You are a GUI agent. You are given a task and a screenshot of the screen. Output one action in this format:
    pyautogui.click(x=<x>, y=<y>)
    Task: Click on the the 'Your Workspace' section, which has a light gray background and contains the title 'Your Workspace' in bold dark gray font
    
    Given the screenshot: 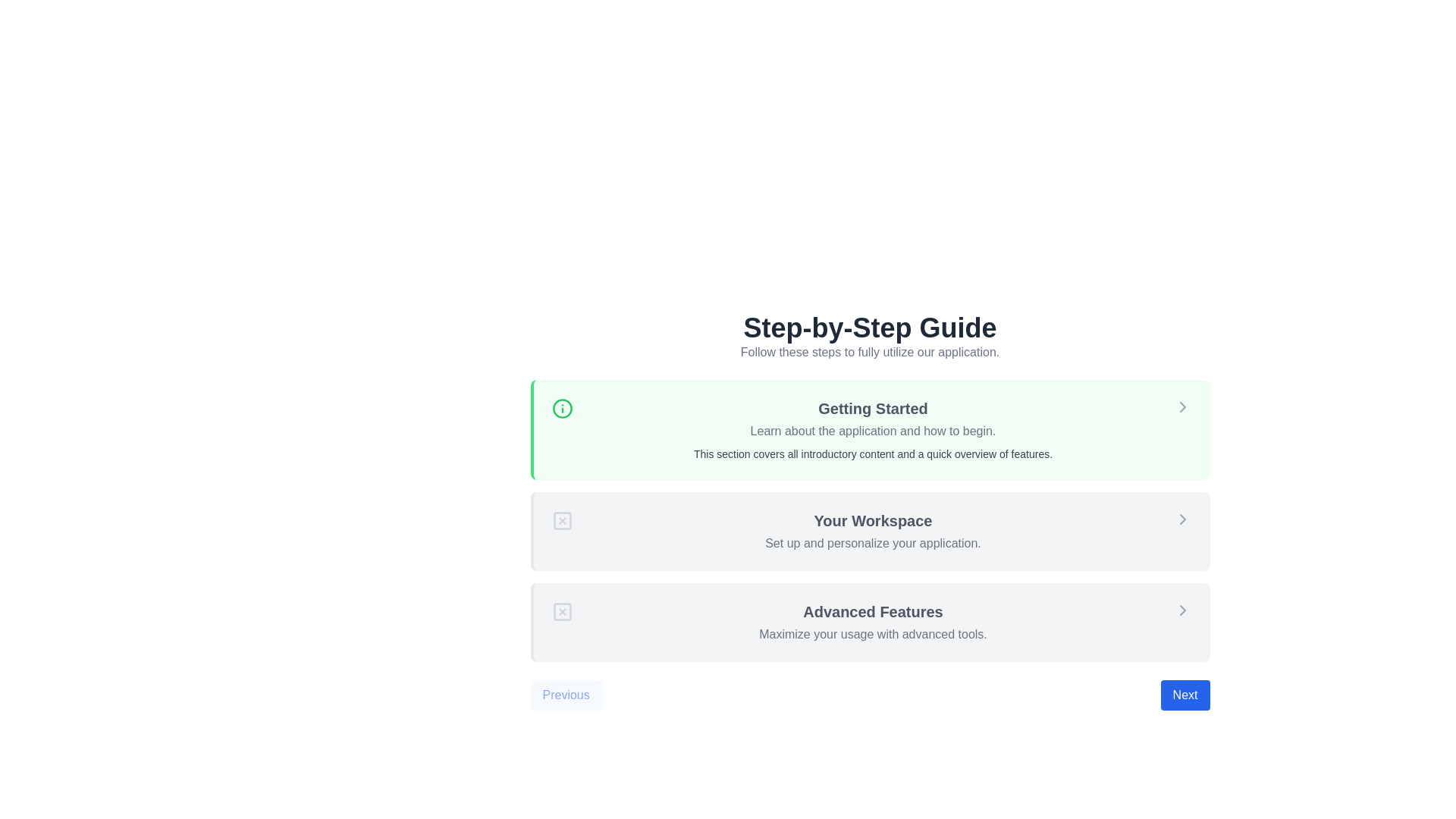 What is the action you would take?
    pyautogui.click(x=870, y=512)
    